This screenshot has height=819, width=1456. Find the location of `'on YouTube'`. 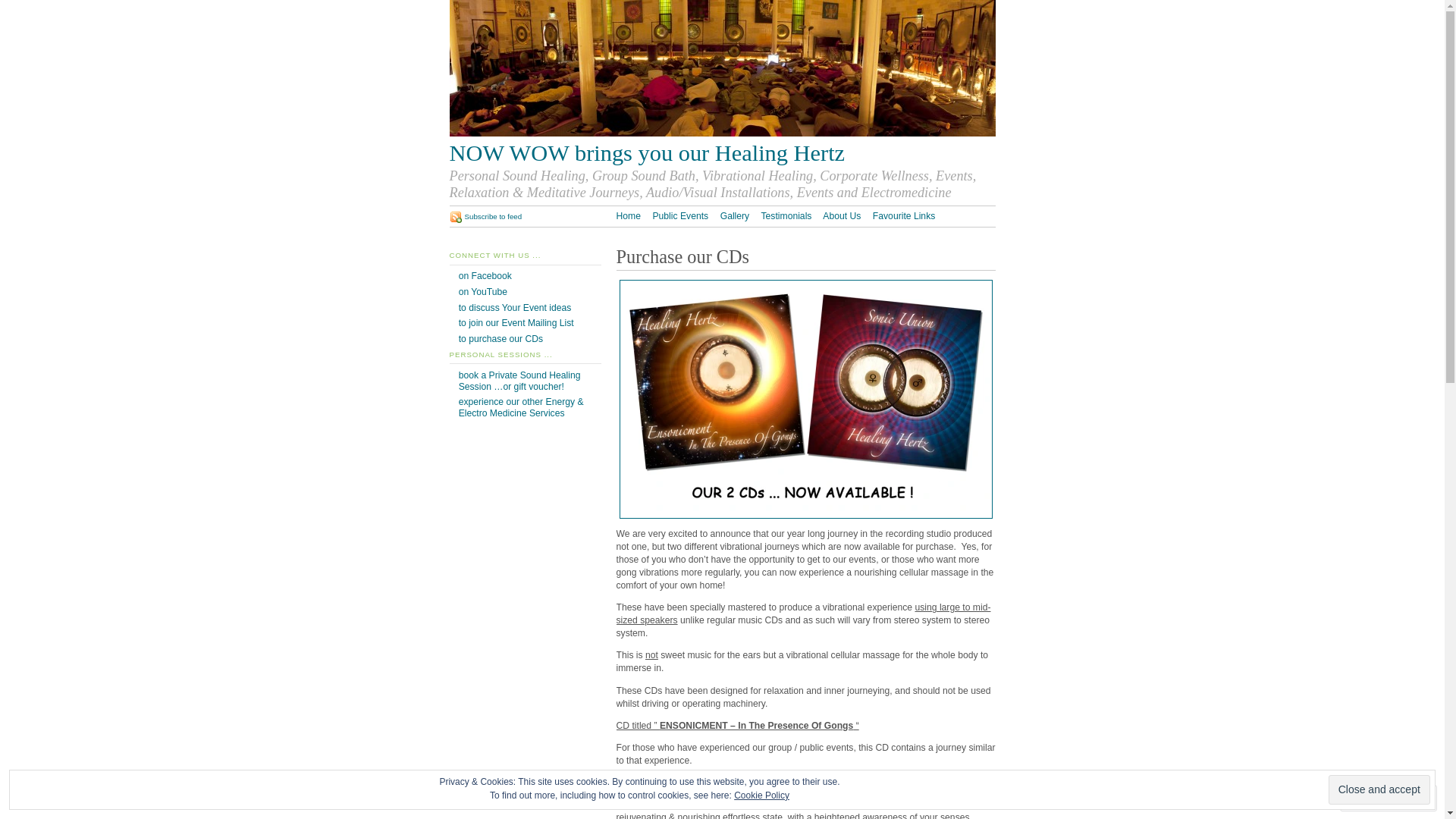

'on YouTube' is located at coordinates (482, 292).